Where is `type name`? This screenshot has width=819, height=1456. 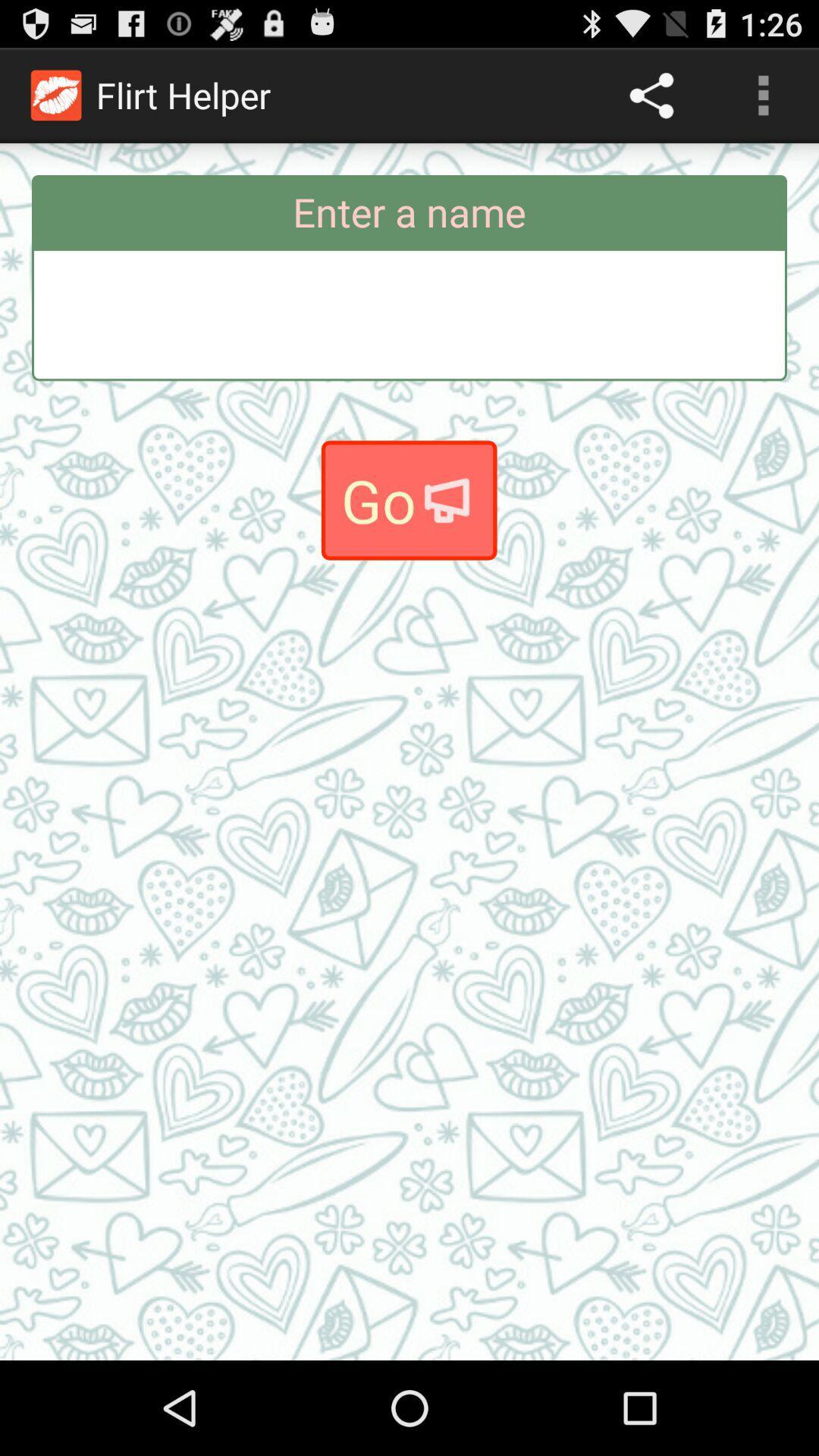
type name is located at coordinates (409, 314).